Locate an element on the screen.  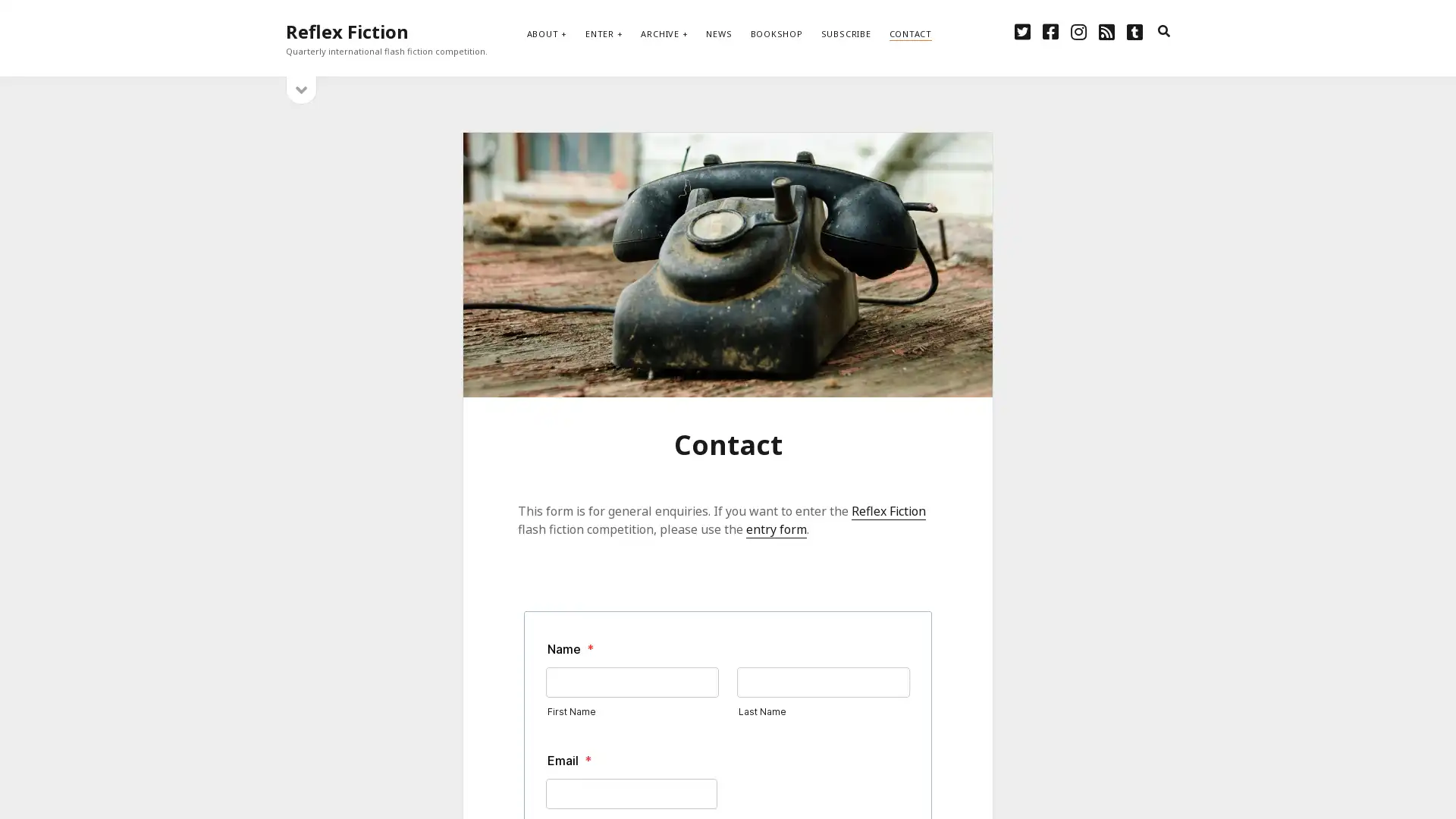
search is located at coordinates (1163, 32).